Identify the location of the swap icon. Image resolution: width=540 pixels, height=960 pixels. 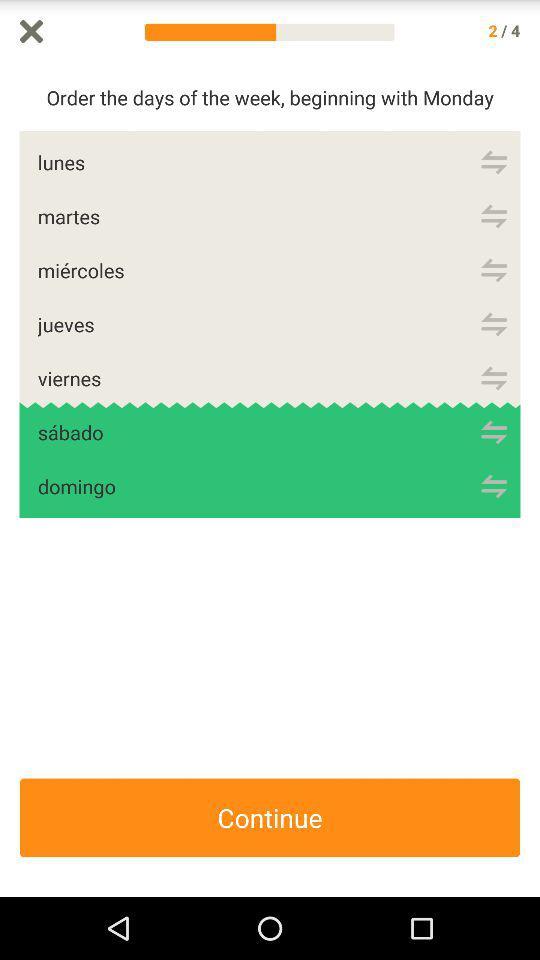
(493, 462).